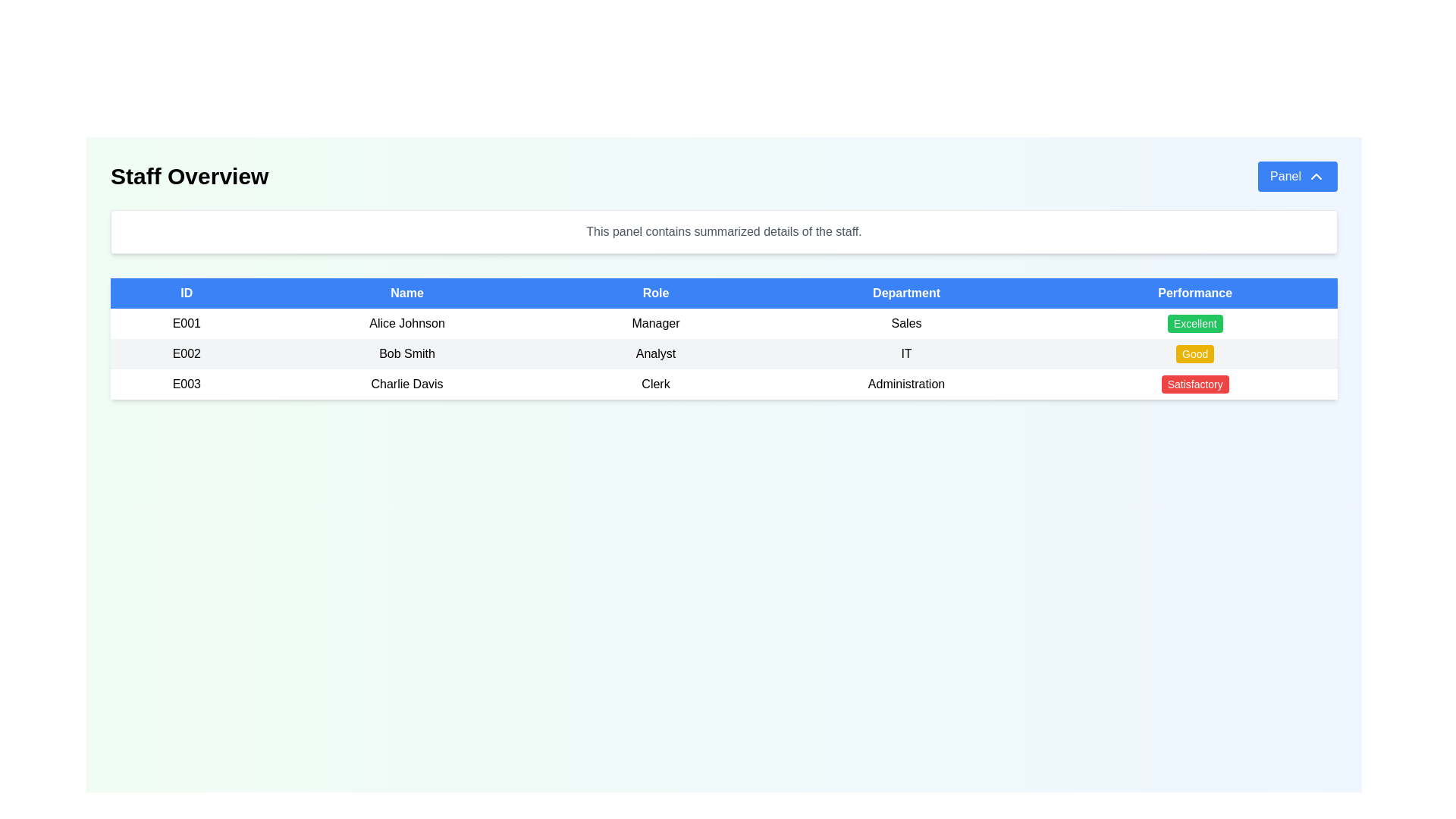 Image resolution: width=1456 pixels, height=819 pixels. What do you see at coordinates (1194, 293) in the screenshot?
I see `the 'Performance' column header to sort the associated column in the table` at bounding box center [1194, 293].